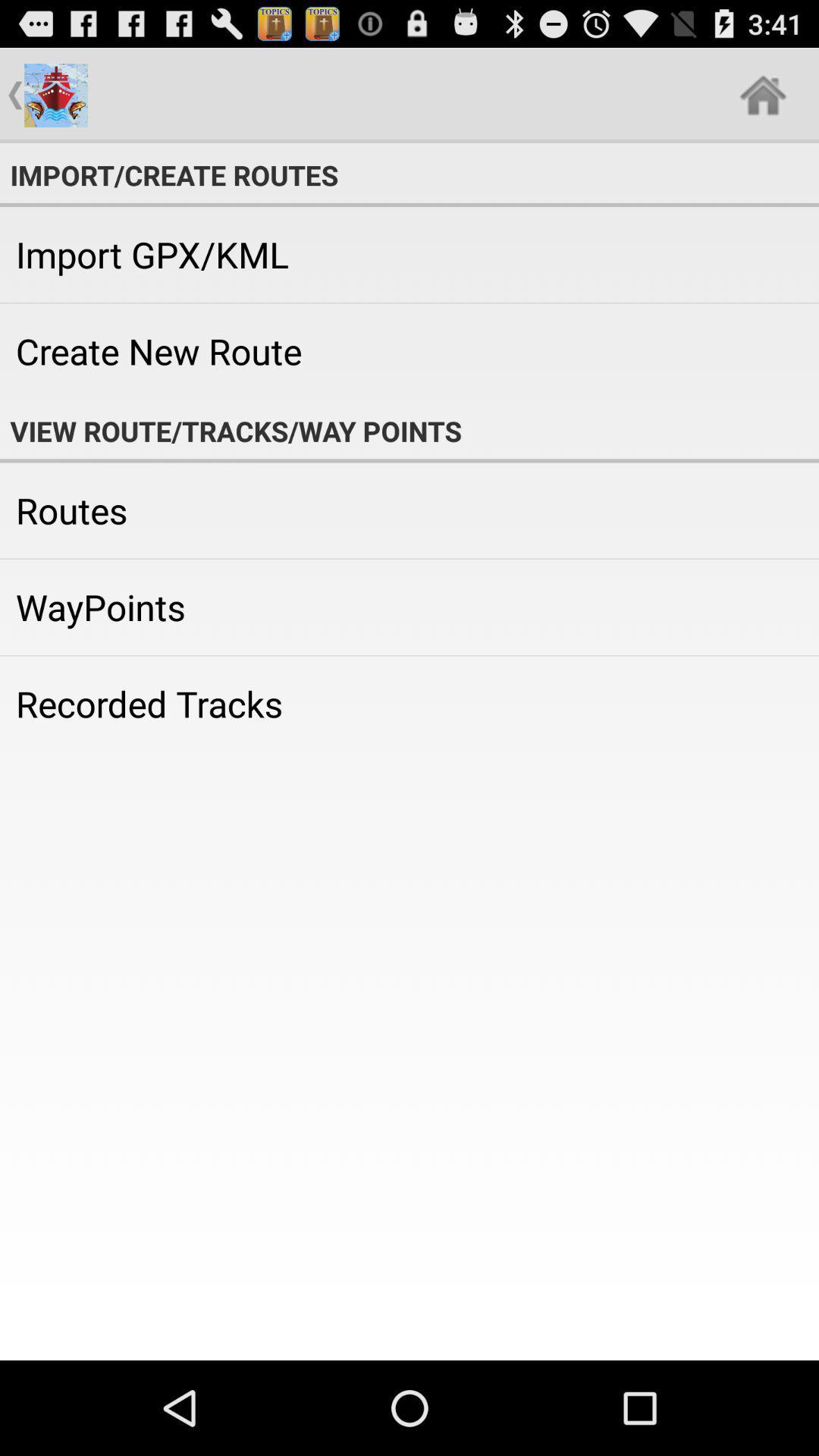 The width and height of the screenshot is (819, 1456). I want to click on recorded tracks item, so click(409, 703).